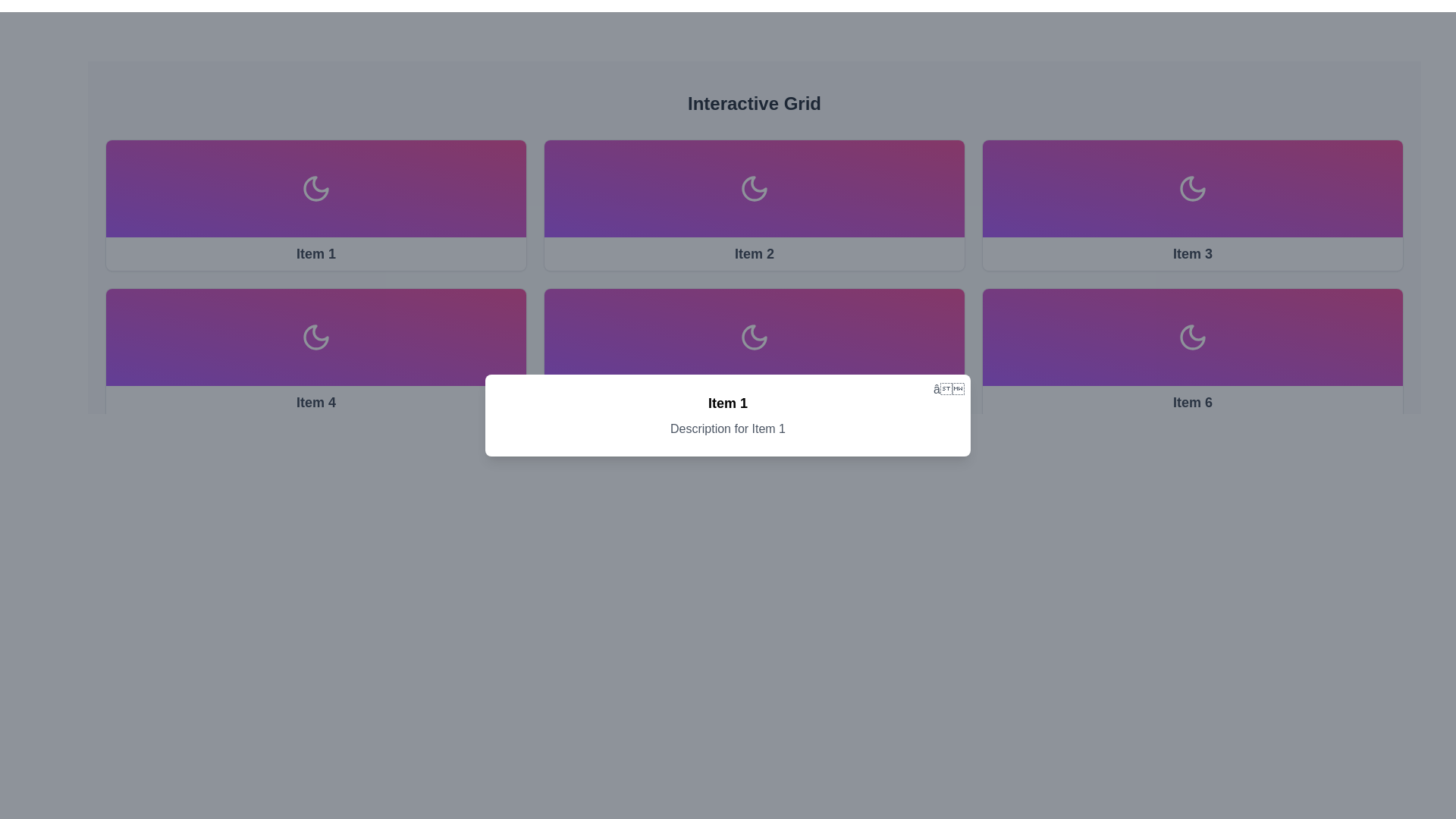 The image size is (1456, 819). I want to click on the crescent moon icon styled in white on a purple background, located in the lower-left card of the interactive grid layout, corresponding to 'Item 4', so click(315, 336).